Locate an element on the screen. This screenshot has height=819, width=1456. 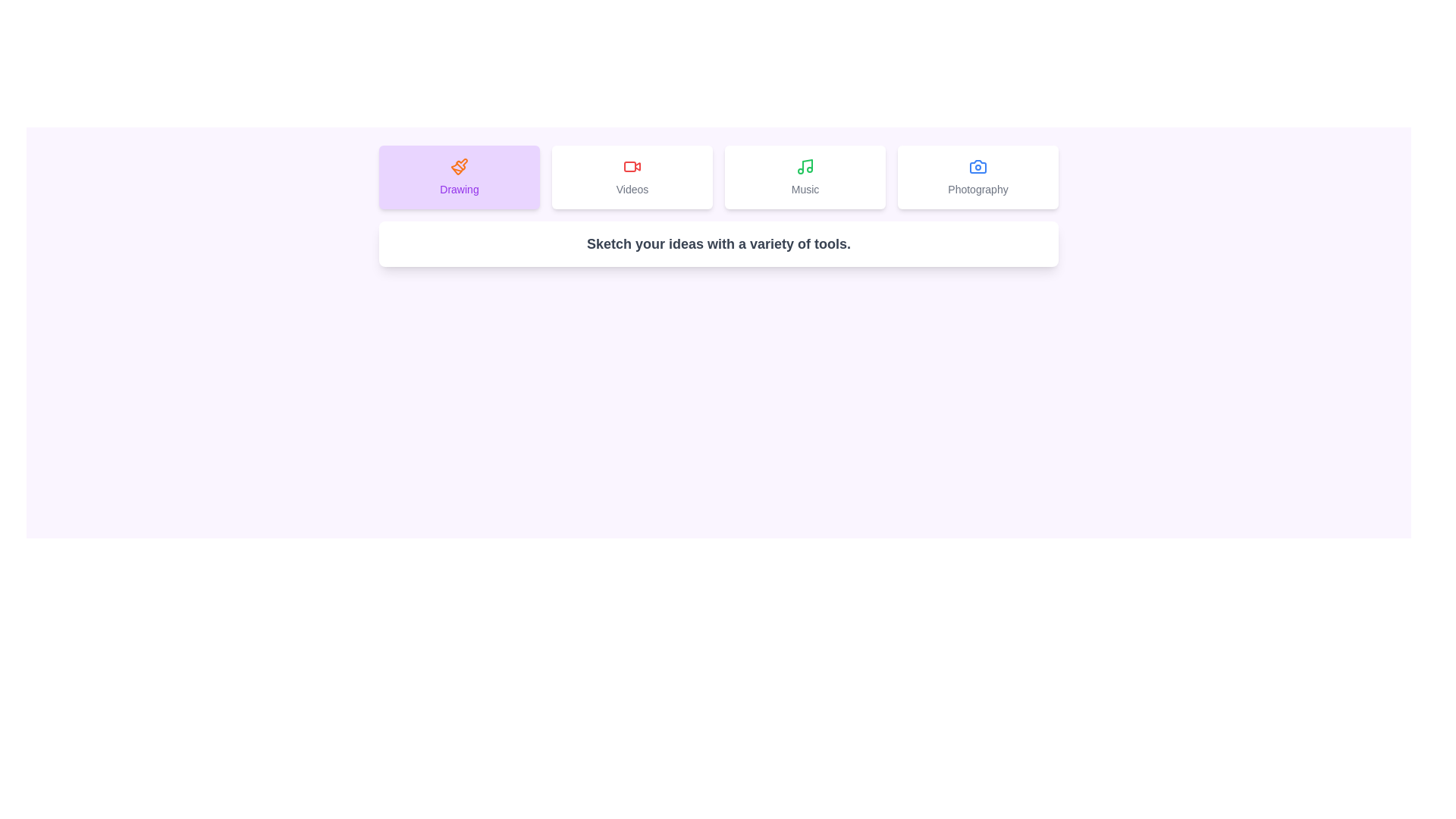
the tab labeled Music to preview its hover effect is located at coordinates (804, 177).